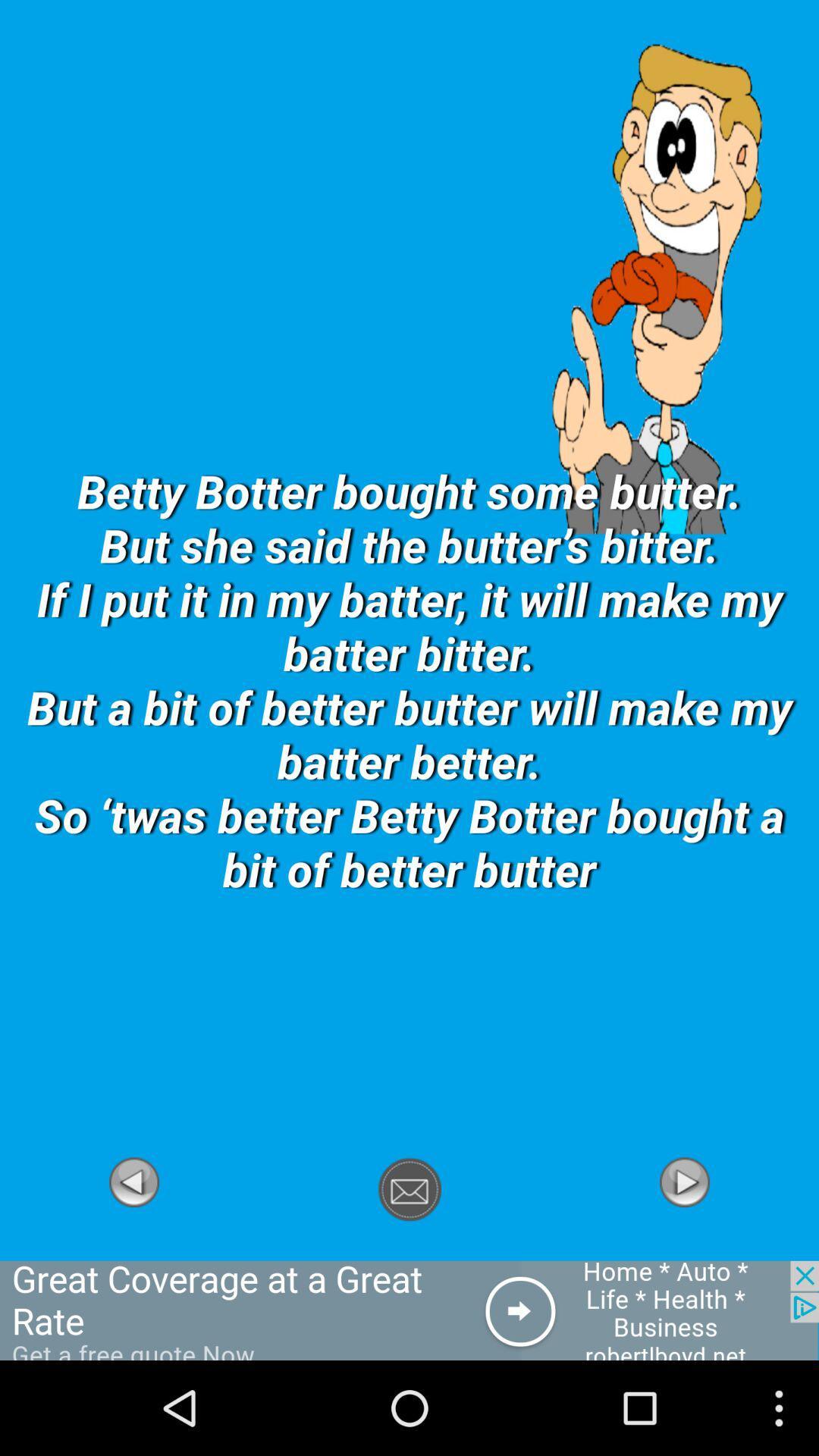 The image size is (819, 1456). Describe the element at coordinates (133, 1252) in the screenshot. I see `back` at that location.